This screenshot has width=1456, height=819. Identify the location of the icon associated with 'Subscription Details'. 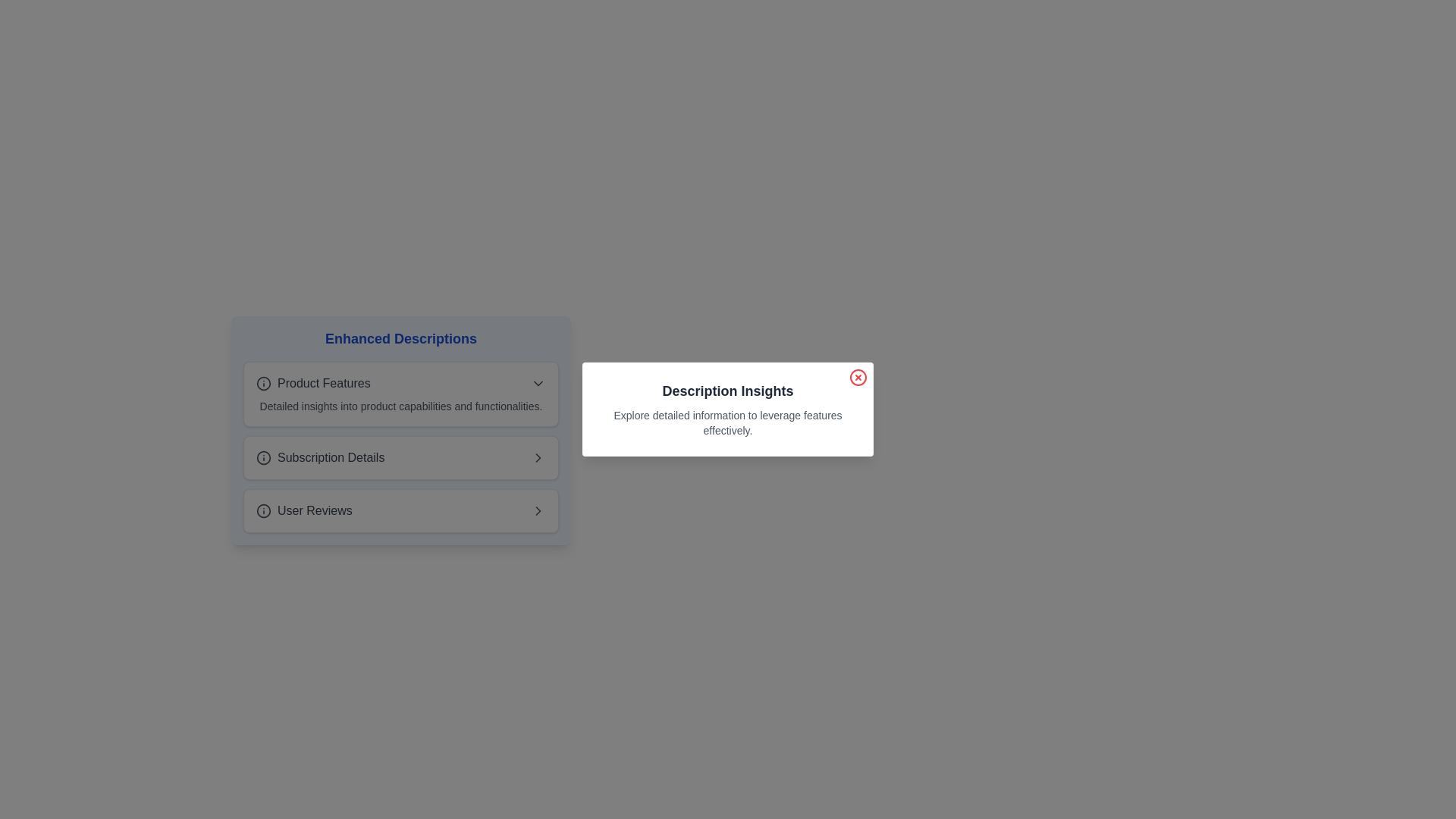
(263, 457).